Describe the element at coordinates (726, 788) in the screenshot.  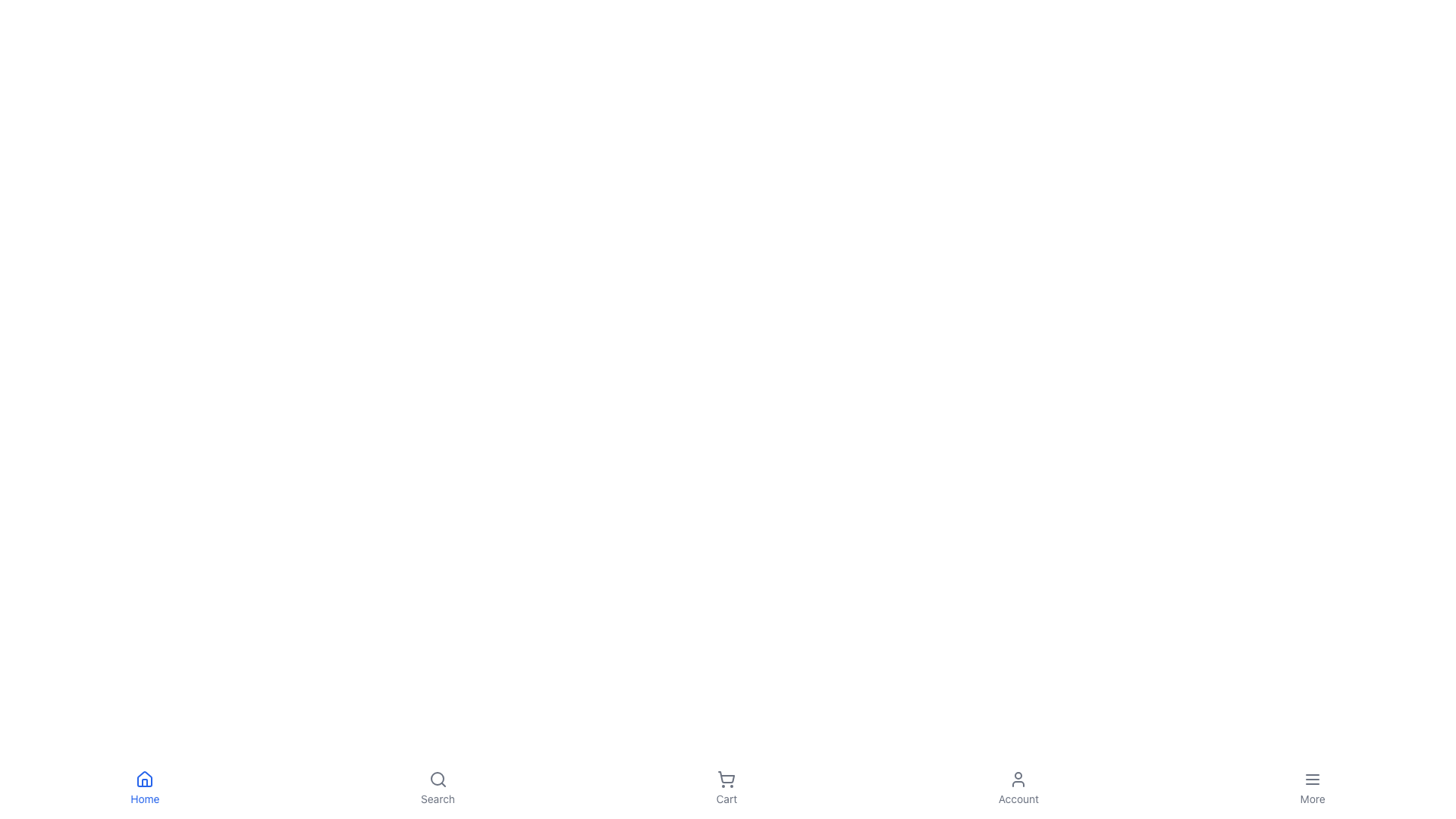
I see `the 'Cart' button in the bottom navigation bar to change its color` at that location.